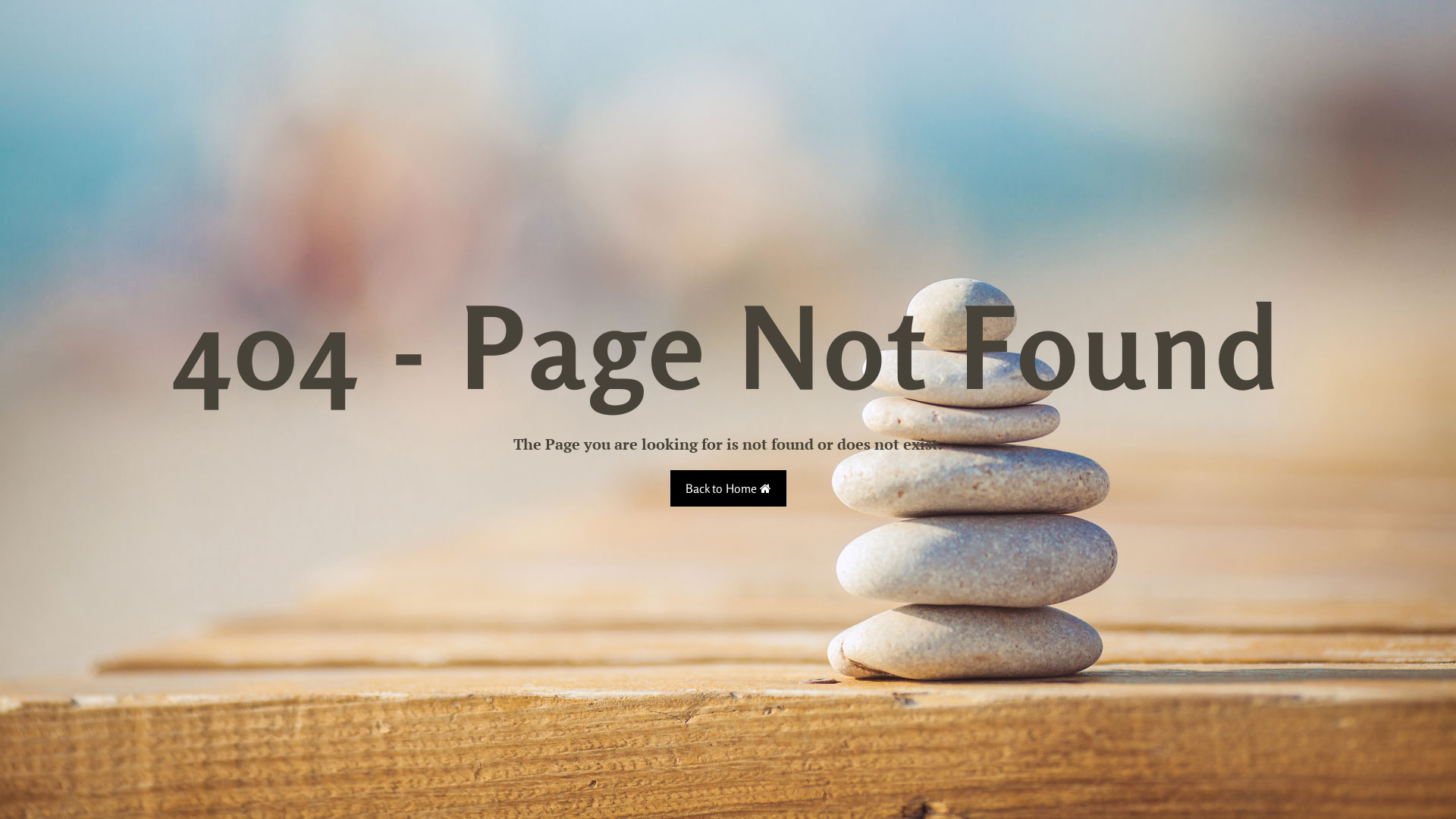 This screenshot has width=1456, height=819. What do you see at coordinates (669, 488) in the screenshot?
I see `'Back to Home'` at bounding box center [669, 488].